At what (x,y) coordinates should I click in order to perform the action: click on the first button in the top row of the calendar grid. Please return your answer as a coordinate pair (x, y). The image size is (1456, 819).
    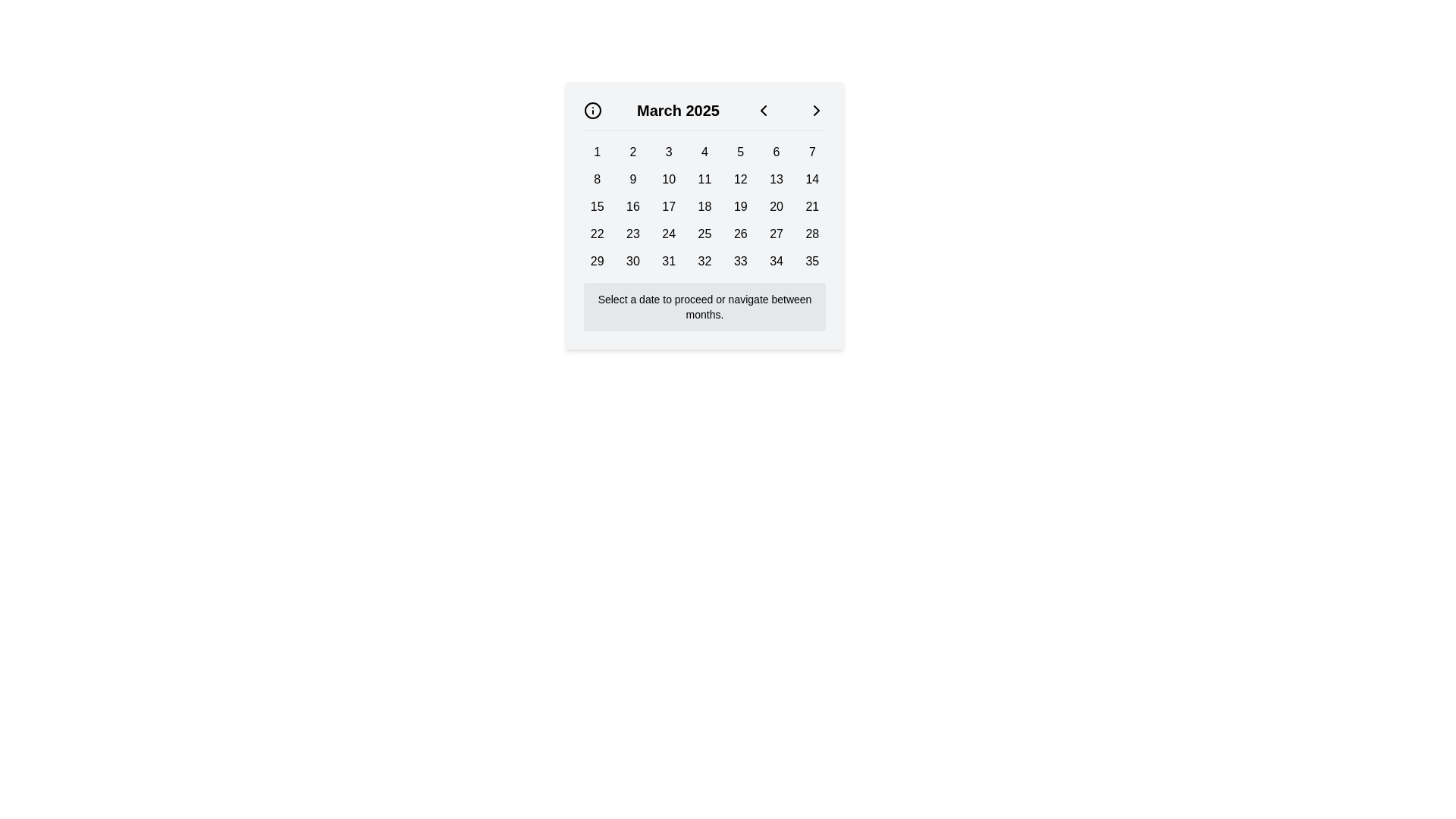
    Looking at the image, I should click on (596, 152).